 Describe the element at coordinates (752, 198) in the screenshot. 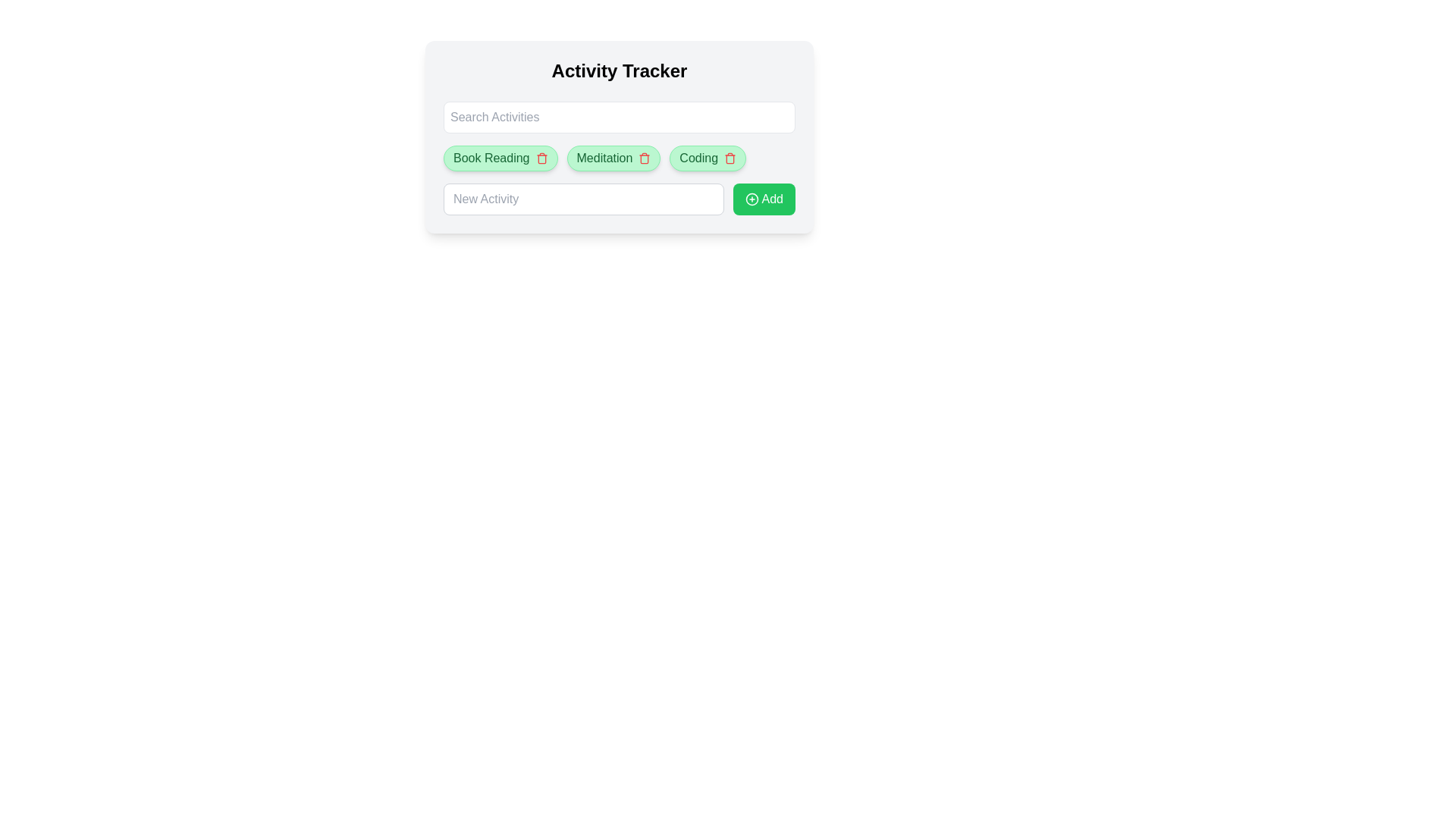

I see `the icon positioned to the left side inside the 'Add' button at the bottom-right corner of the Activity Tracker panel` at that location.